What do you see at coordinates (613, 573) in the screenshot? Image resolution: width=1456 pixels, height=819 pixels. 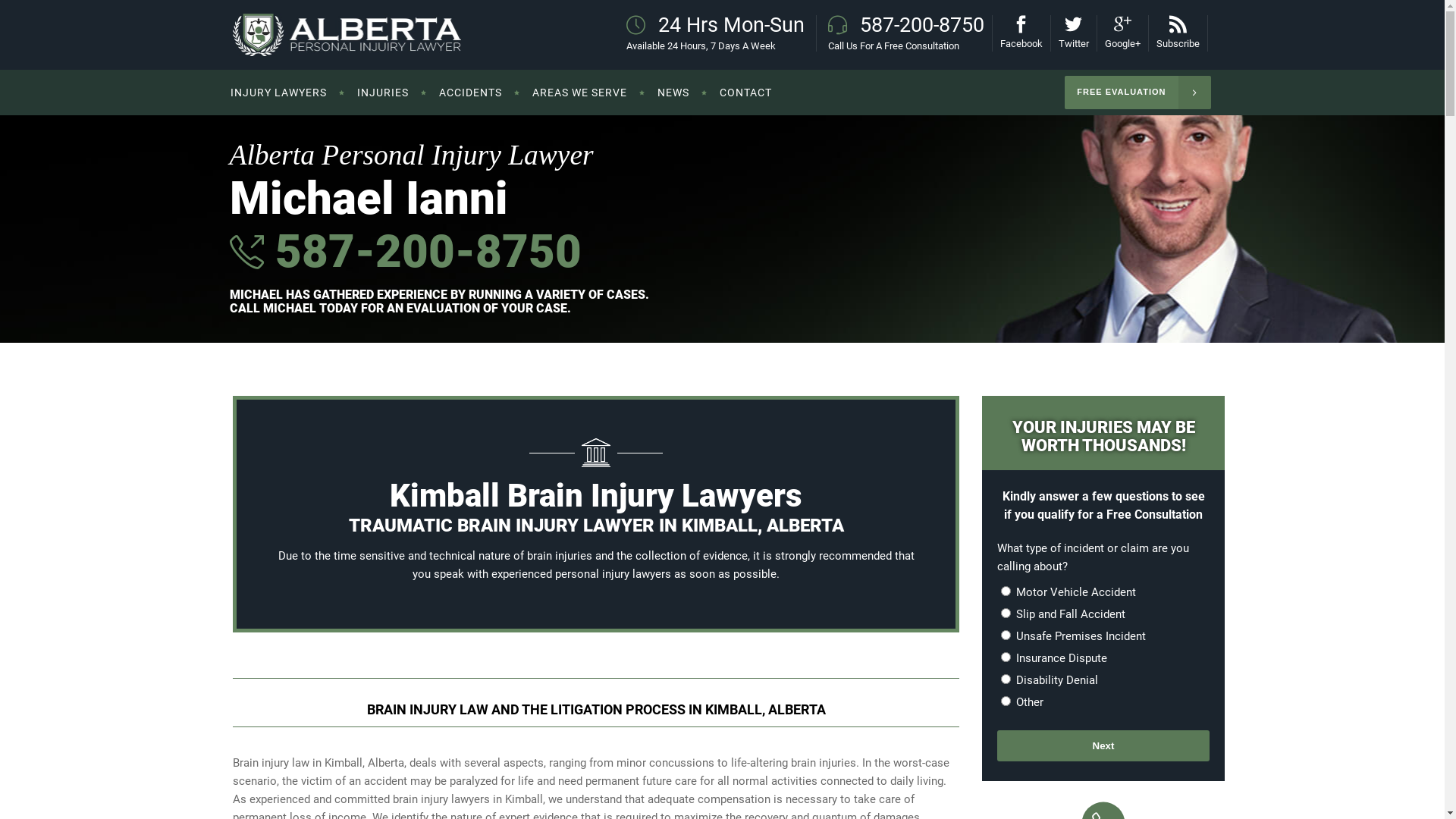 I see `'personal injury lawyers'` at bounding box center [613, 573].